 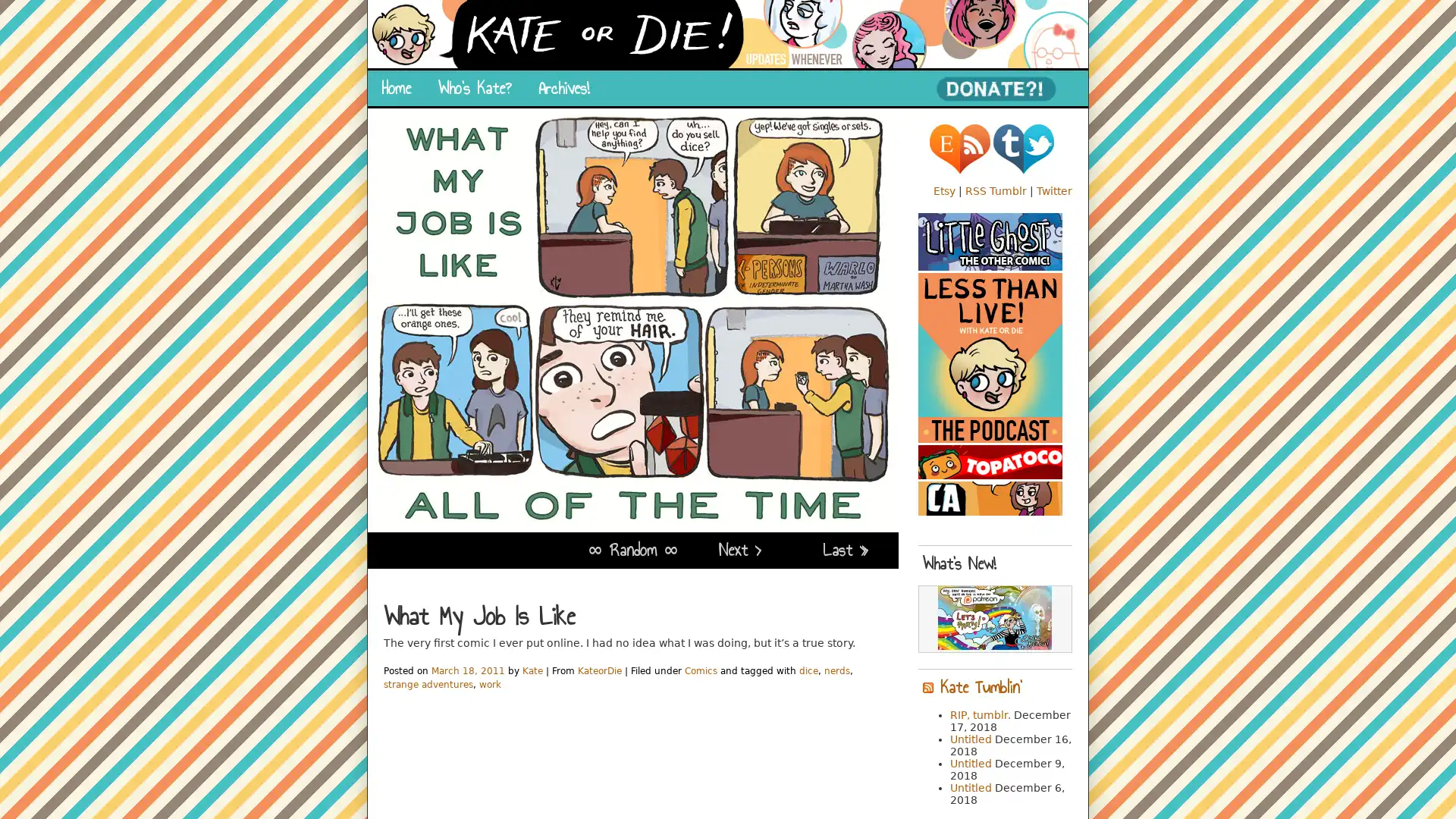 I want to click on PayPal - The safer, easier way to pay online!, so click(x=995, y=89).